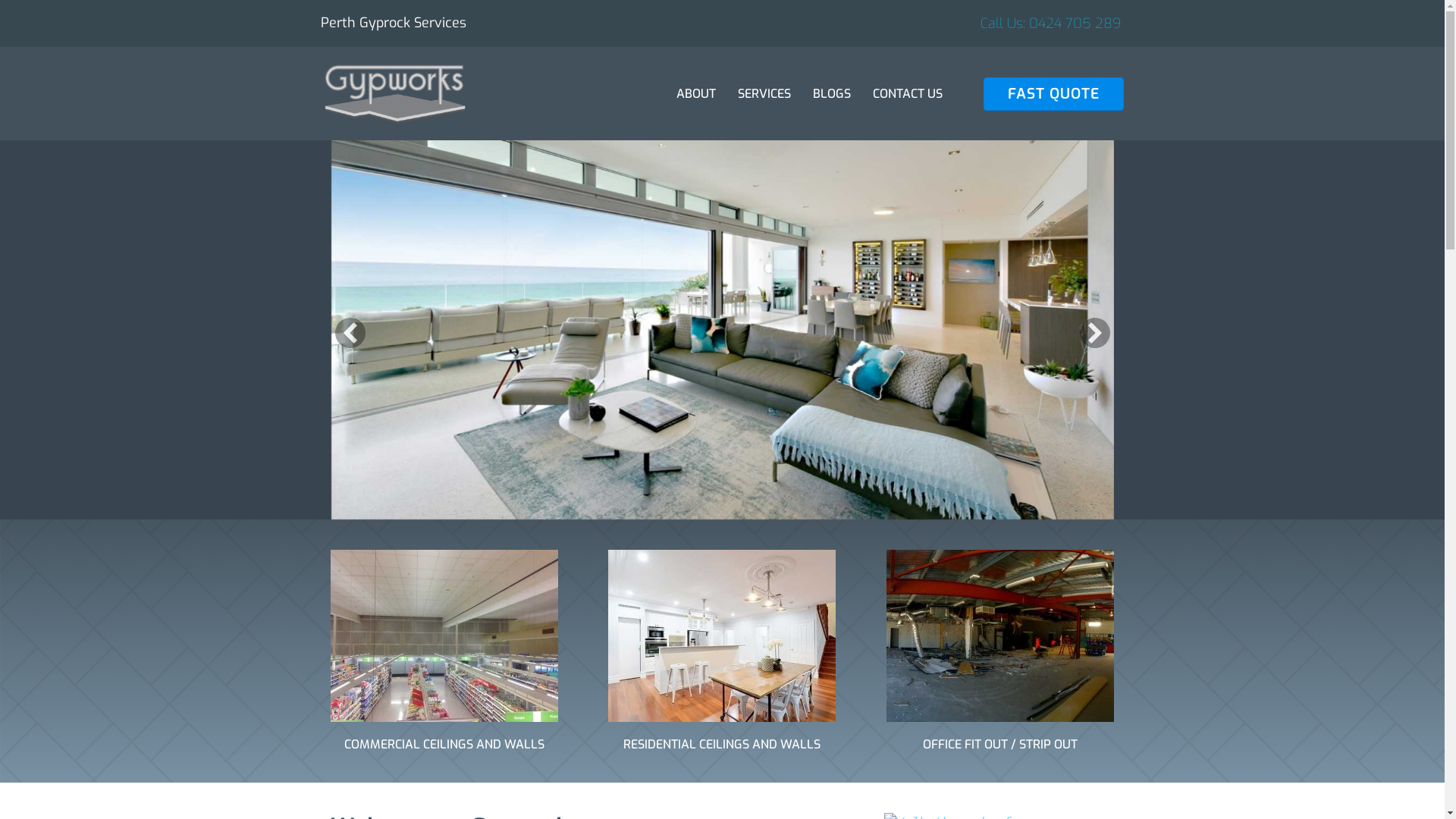  Describe the element at coordinates (764, 93) in the screenshot. I see `'SERVICES'` at that location.